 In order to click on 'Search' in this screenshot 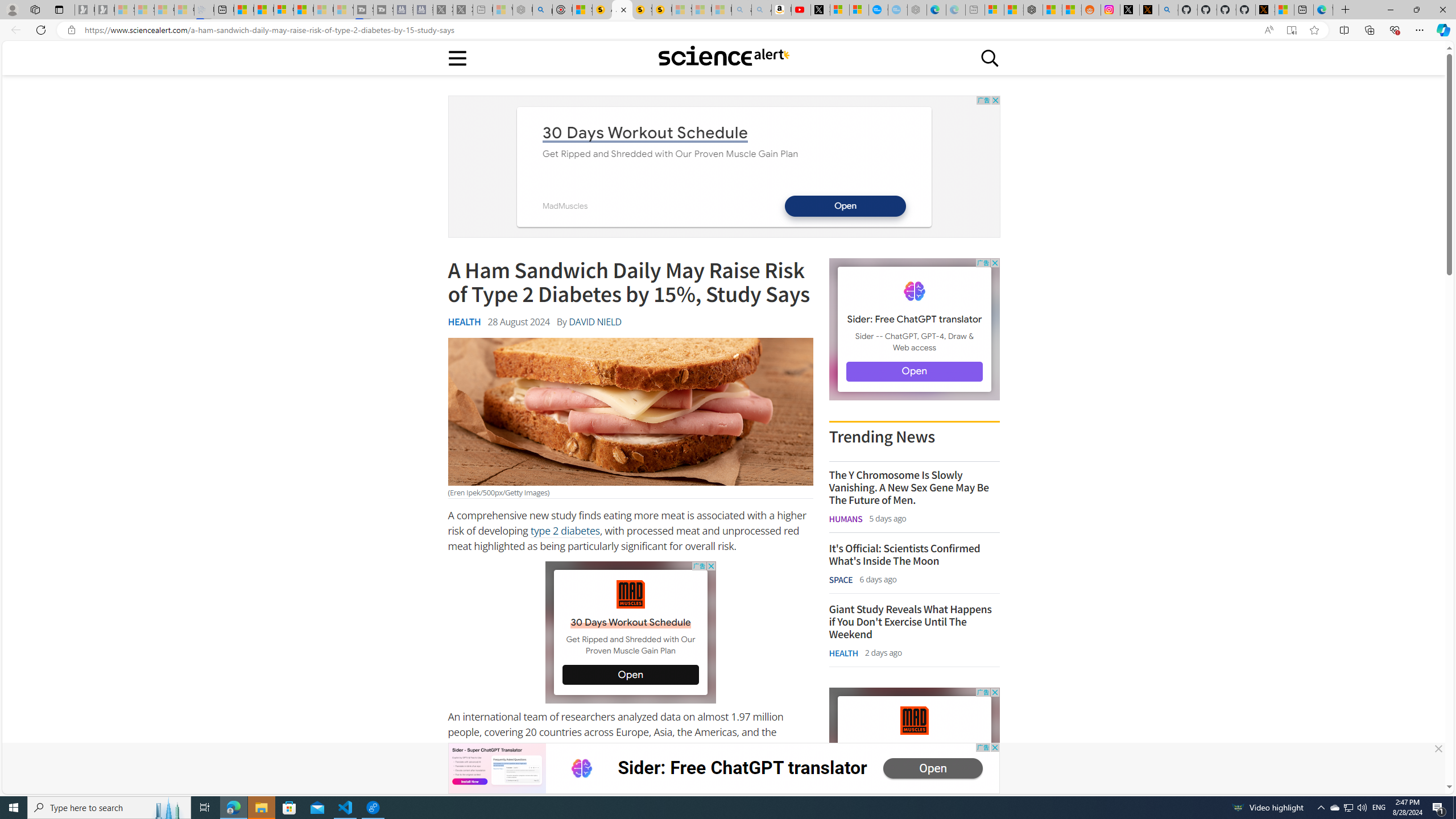, I will do `click(990, 57)`.